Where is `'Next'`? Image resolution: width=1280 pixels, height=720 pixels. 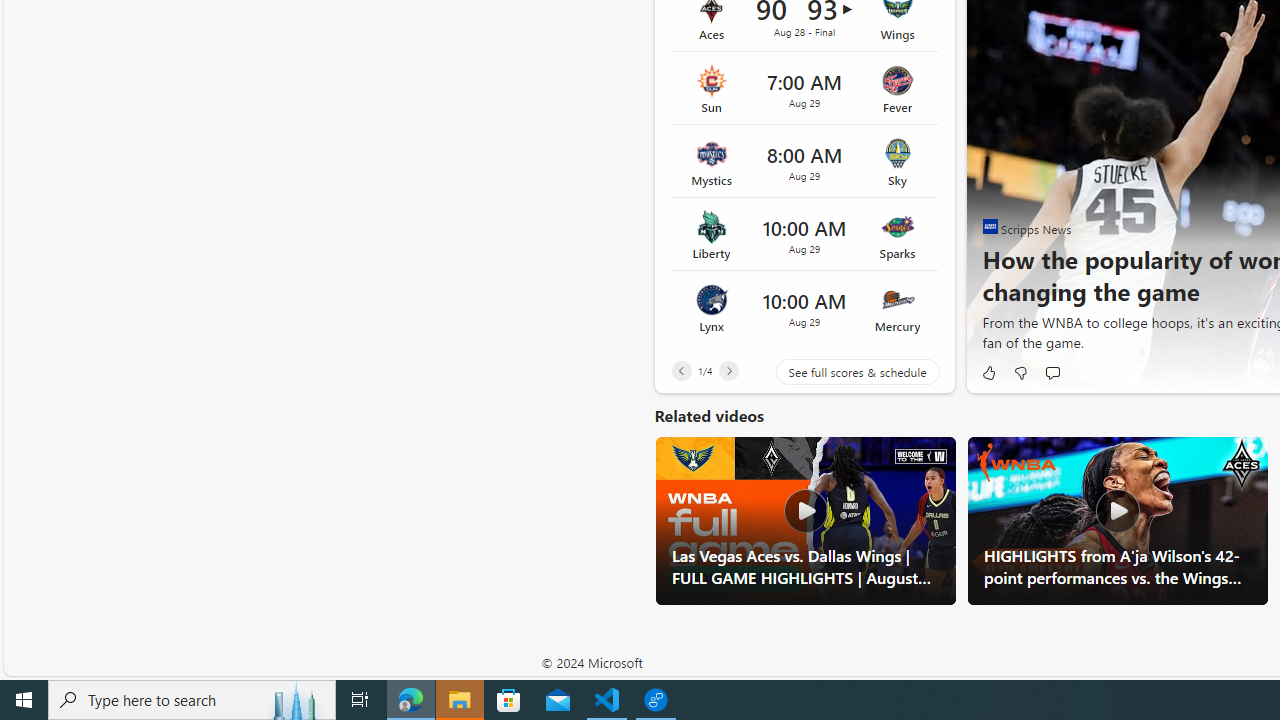 'Next' is located at coordinates (727, 370).